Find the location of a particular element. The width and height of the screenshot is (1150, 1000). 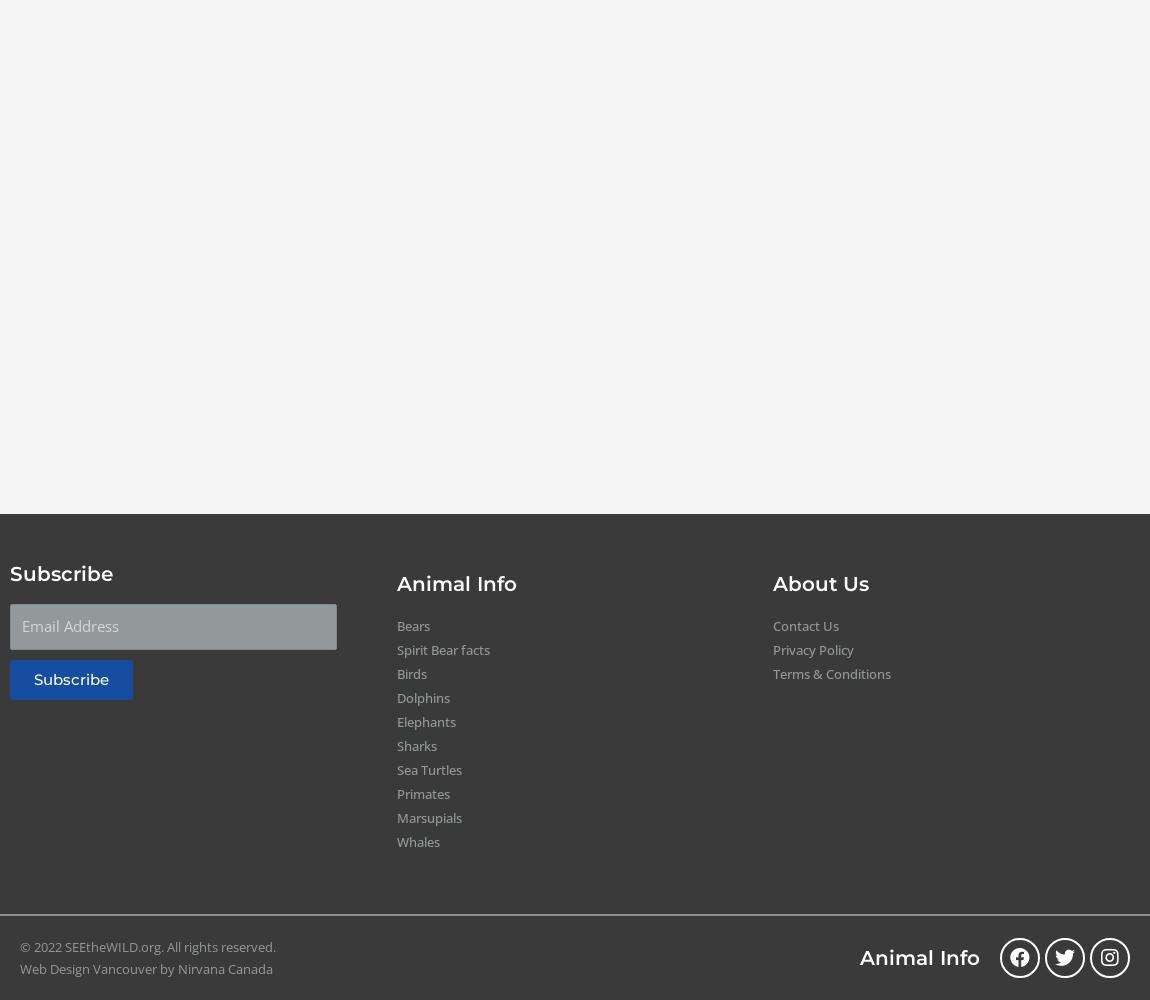

'© 2022 SEEtheWILD.org. All rights reserved.' is located at coordinates (147, 946).